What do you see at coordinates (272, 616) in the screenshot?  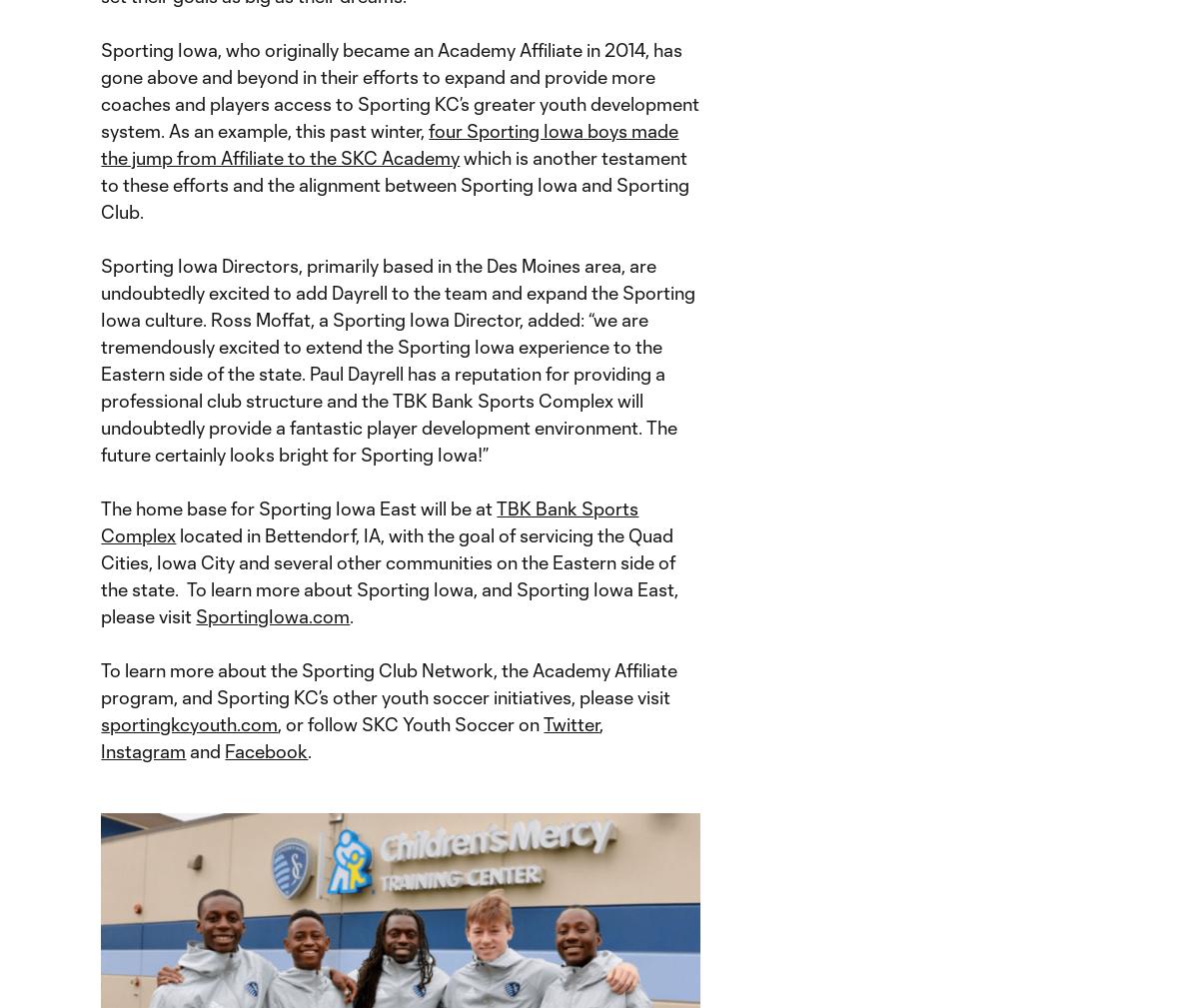 I see `'SportingIowa.com'` at bounding box center [272, 616].